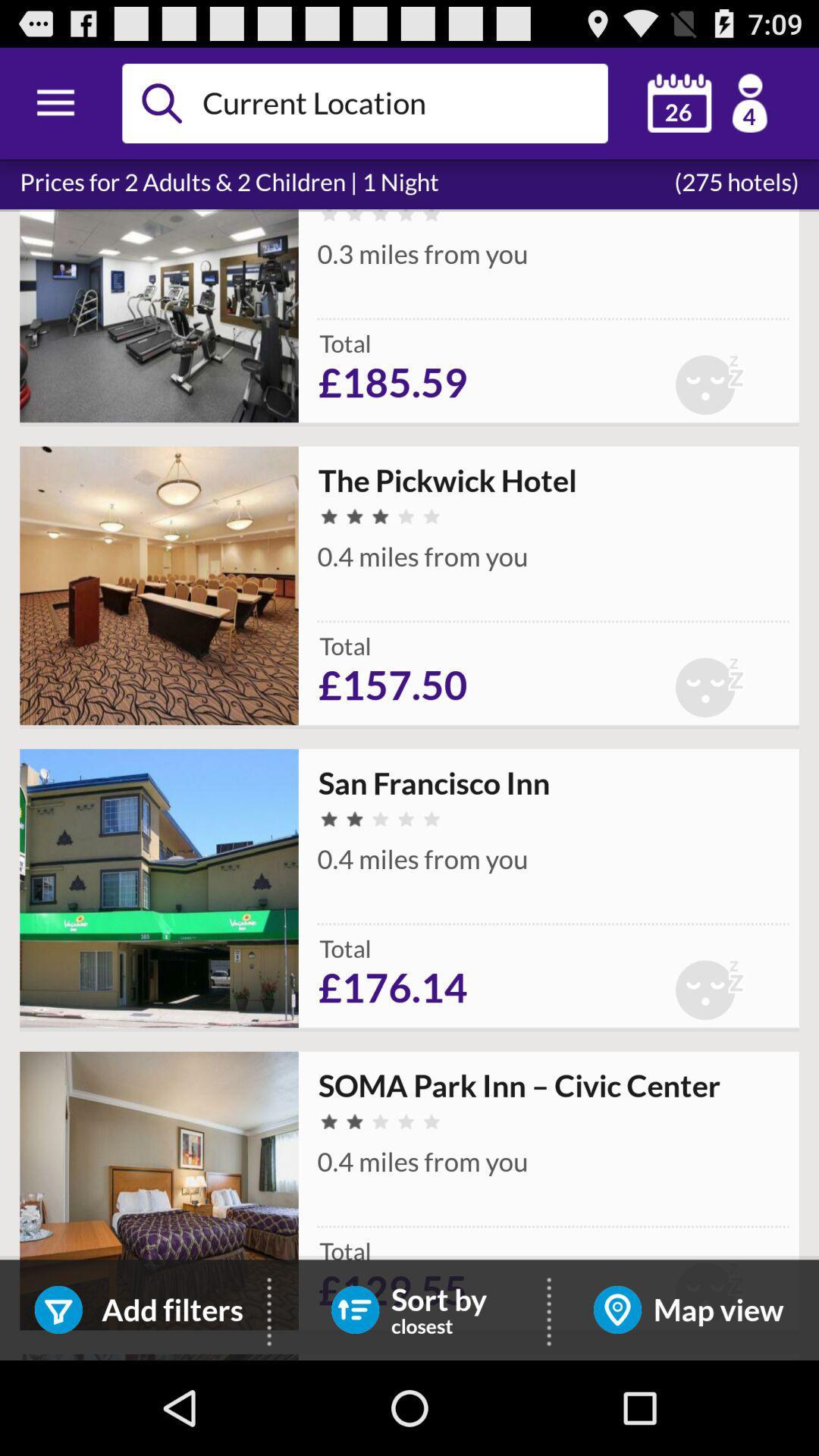 The height and width of the screenshot is (1456, 819). What do you see at coordinates (158, 585) in the screenshot?
I see `second image` at bounding box center [158, 585].